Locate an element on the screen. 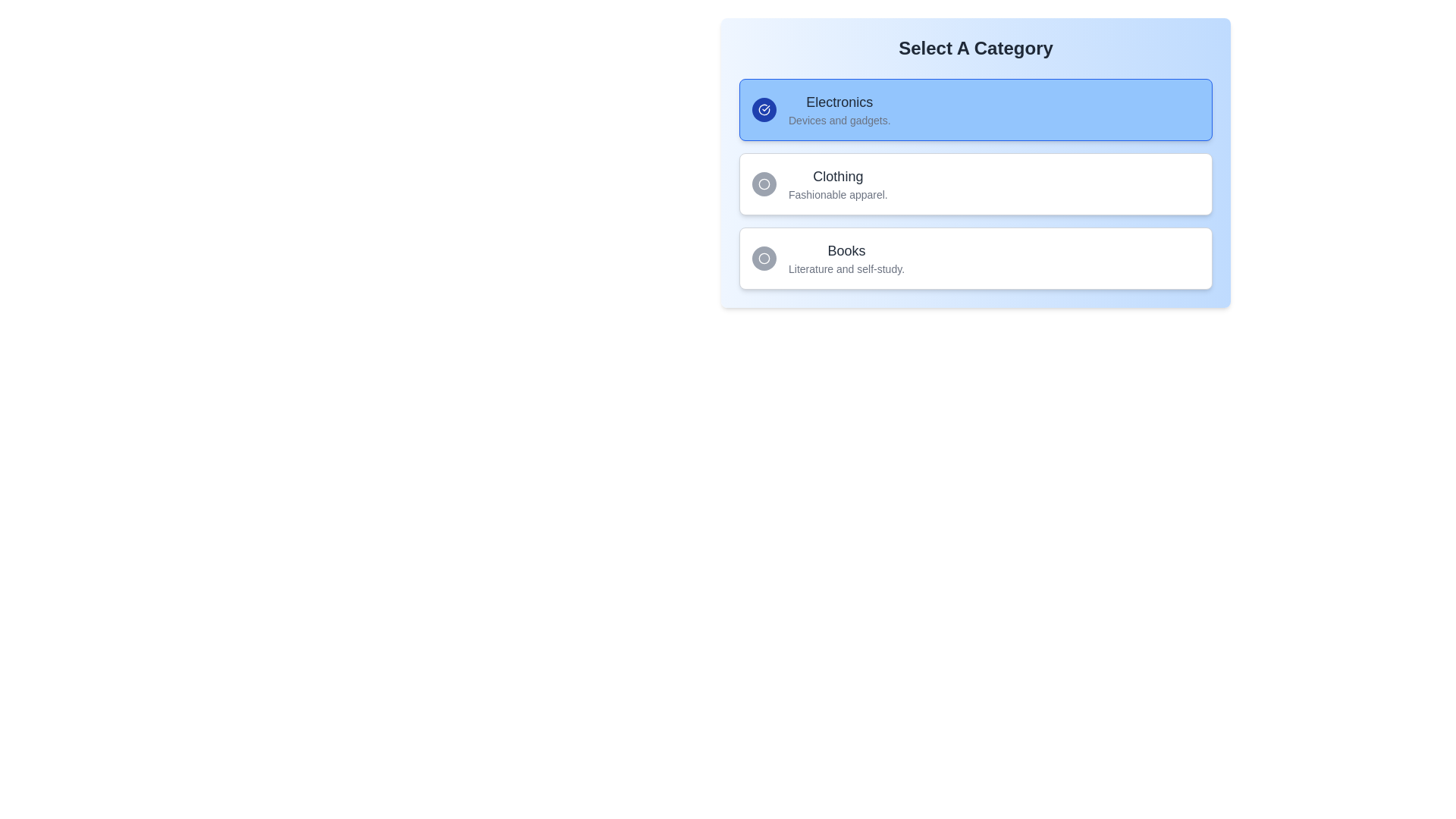 This screenshot has height=819, width=1456. the leftmost circular icon within the highlighted blue section labeled 'Electronics', located at the top of the vertically stacked layout is located at coordinates (764, 108).